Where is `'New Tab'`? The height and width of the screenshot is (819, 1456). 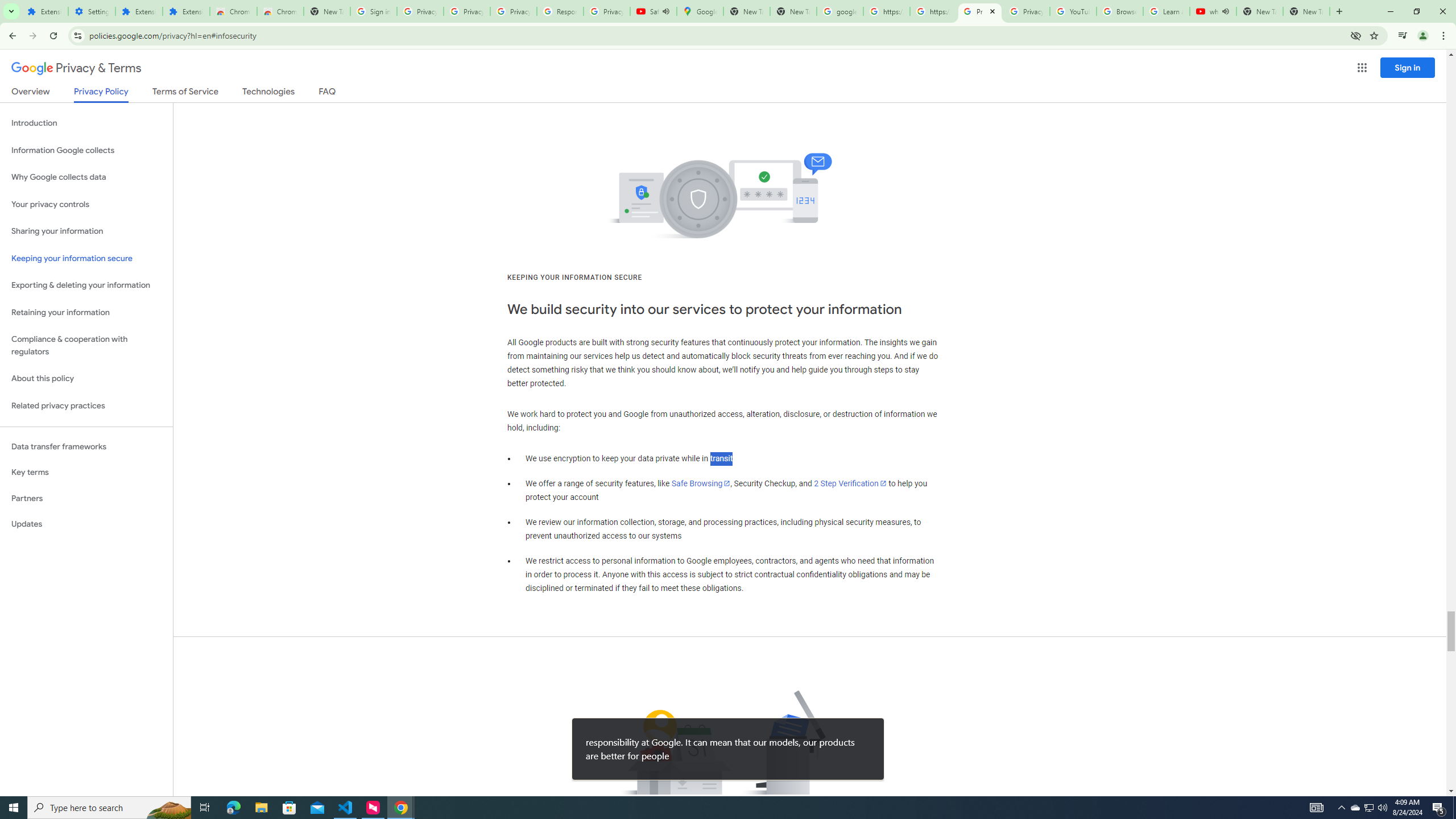
'New Tab' is located at coordinates (1306, 11).